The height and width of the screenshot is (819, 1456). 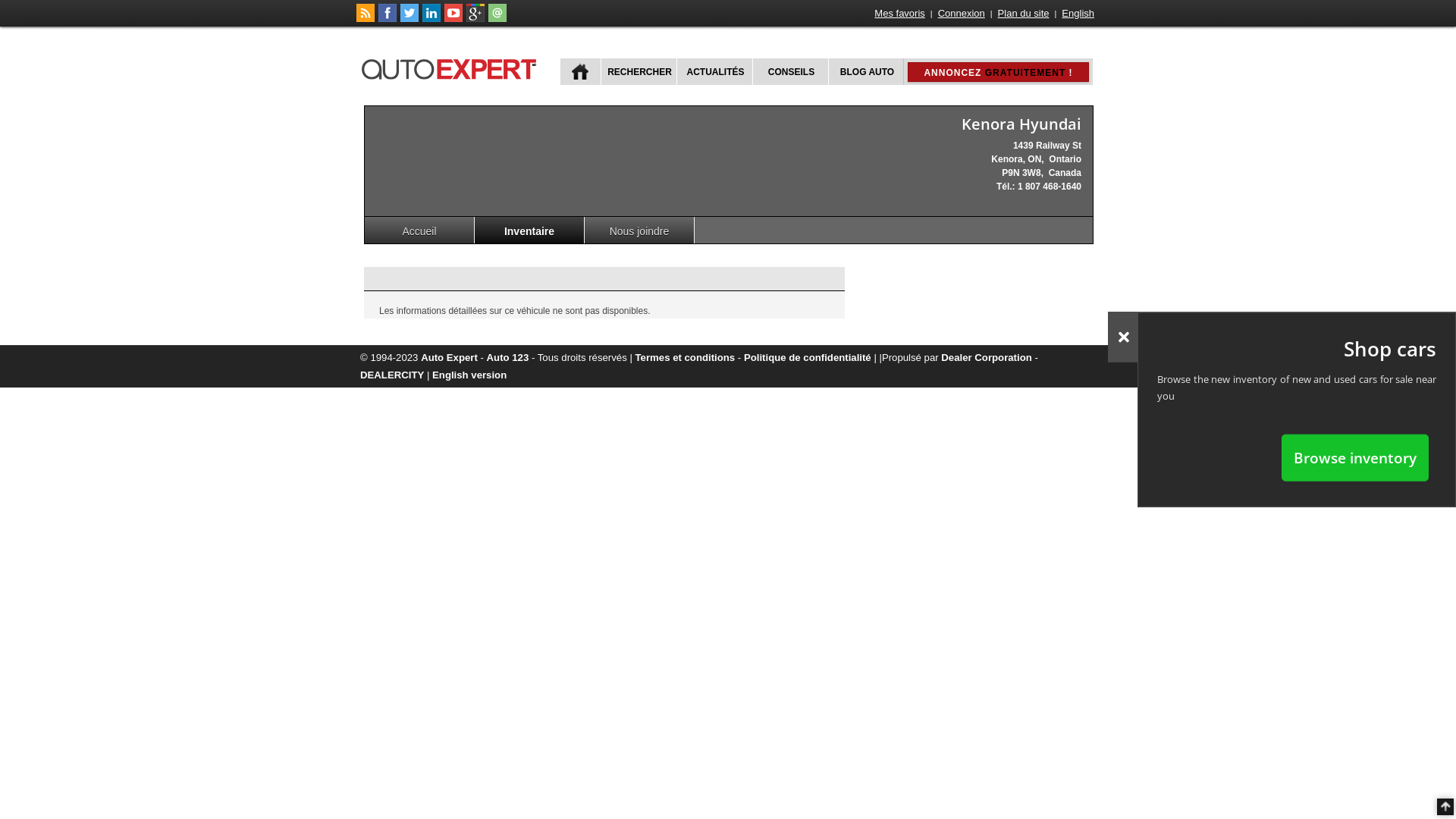 I want to click on 'RECHERCHER', so click(x=638, y=71).